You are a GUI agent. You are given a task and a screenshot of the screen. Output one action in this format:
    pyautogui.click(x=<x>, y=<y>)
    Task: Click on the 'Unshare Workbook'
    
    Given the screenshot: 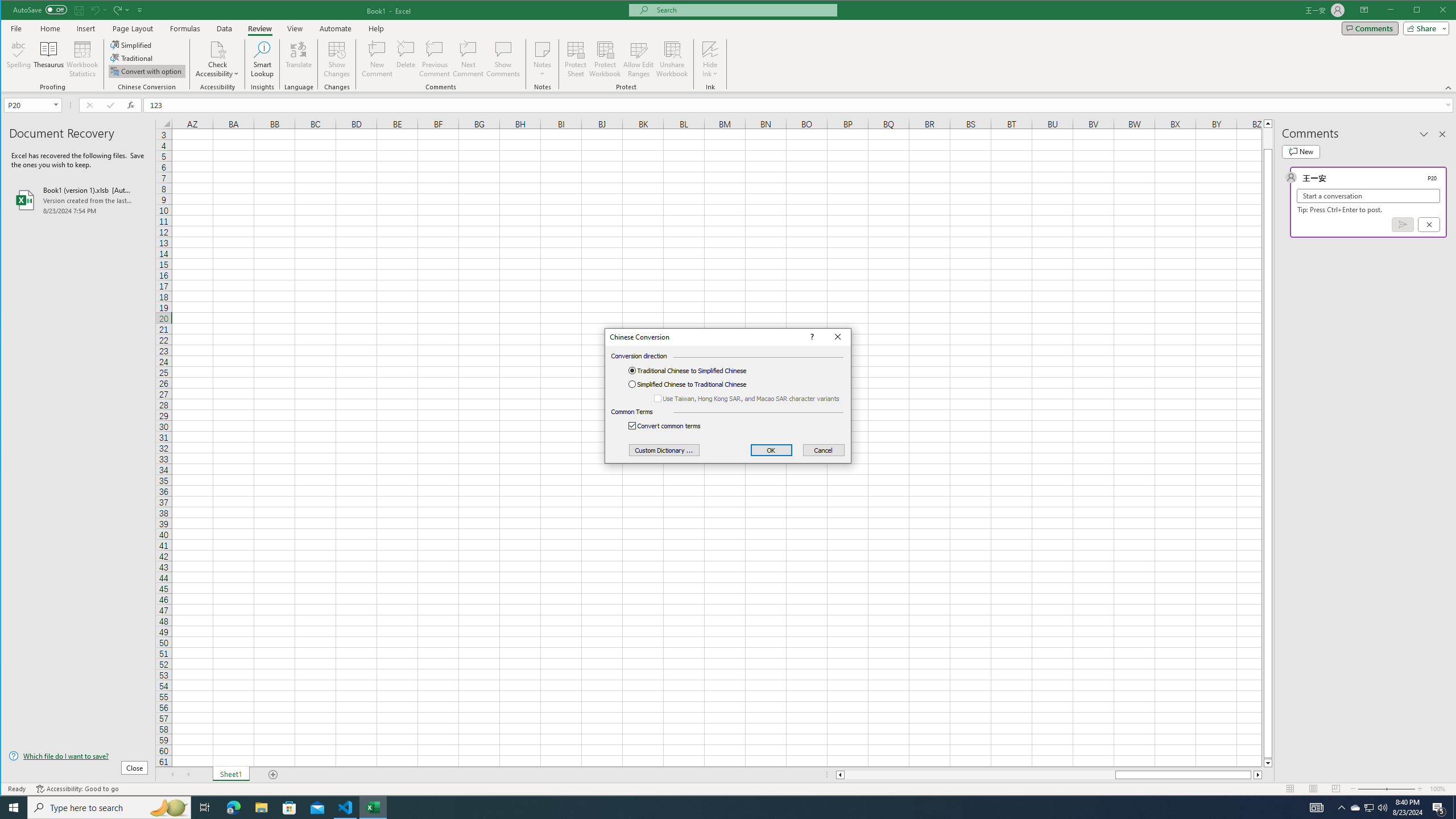 What is the action you would take?
    pyautogui.click(x=672, y=59)
    